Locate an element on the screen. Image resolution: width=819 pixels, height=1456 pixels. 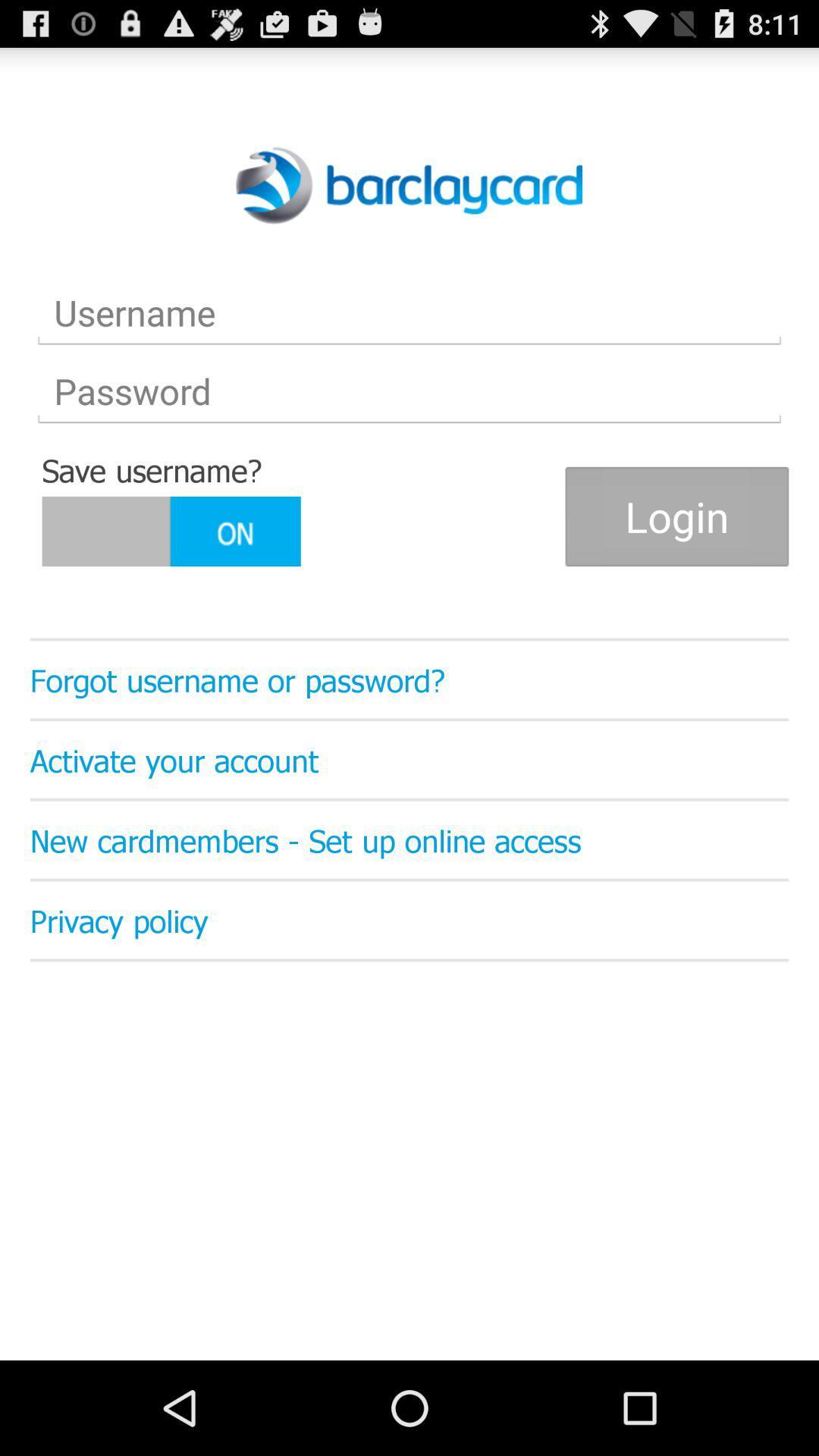
activate your account is located at coordinates (409, 760).